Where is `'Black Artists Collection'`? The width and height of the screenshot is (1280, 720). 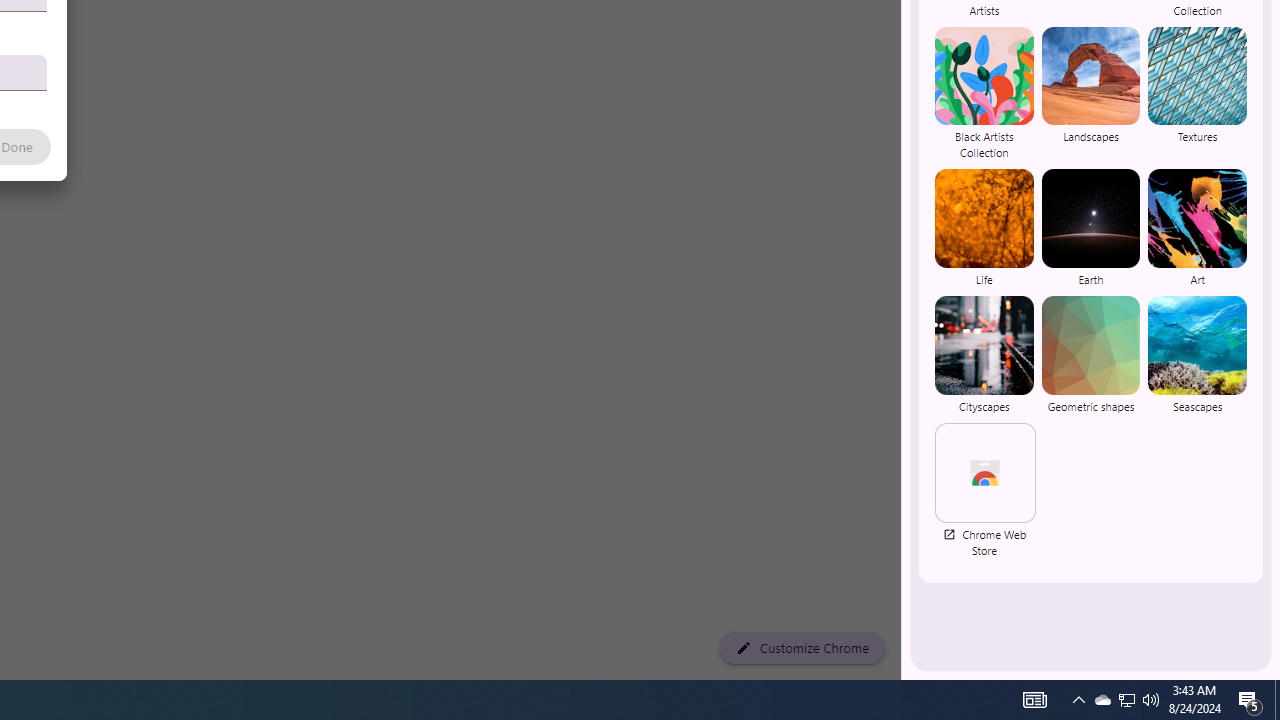
'Black Artists Collection' is located at coordinates (984, 93).